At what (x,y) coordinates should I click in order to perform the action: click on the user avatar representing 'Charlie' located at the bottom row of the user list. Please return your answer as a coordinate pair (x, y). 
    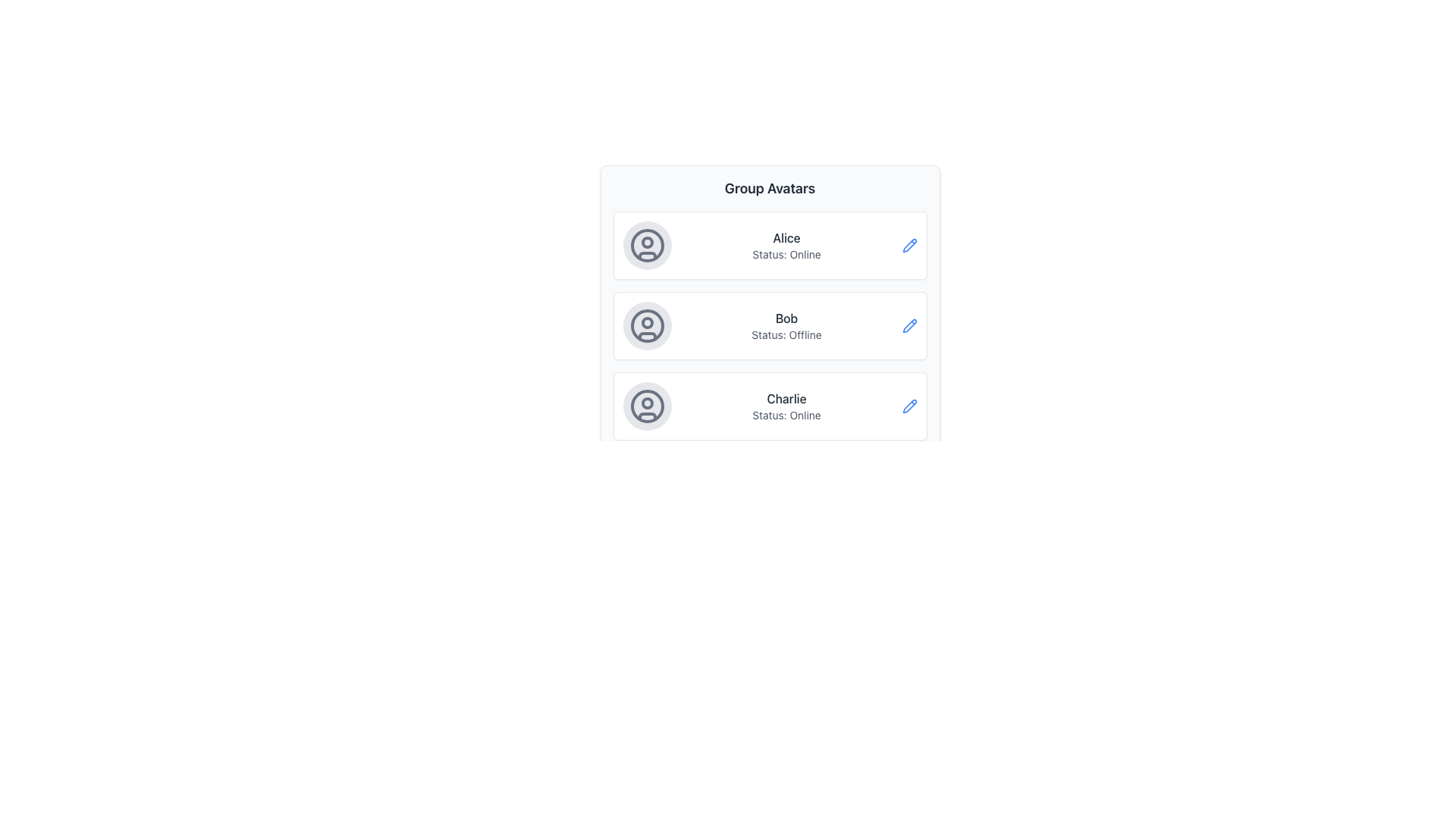
    Looking at the image, I should click on (647, 406).